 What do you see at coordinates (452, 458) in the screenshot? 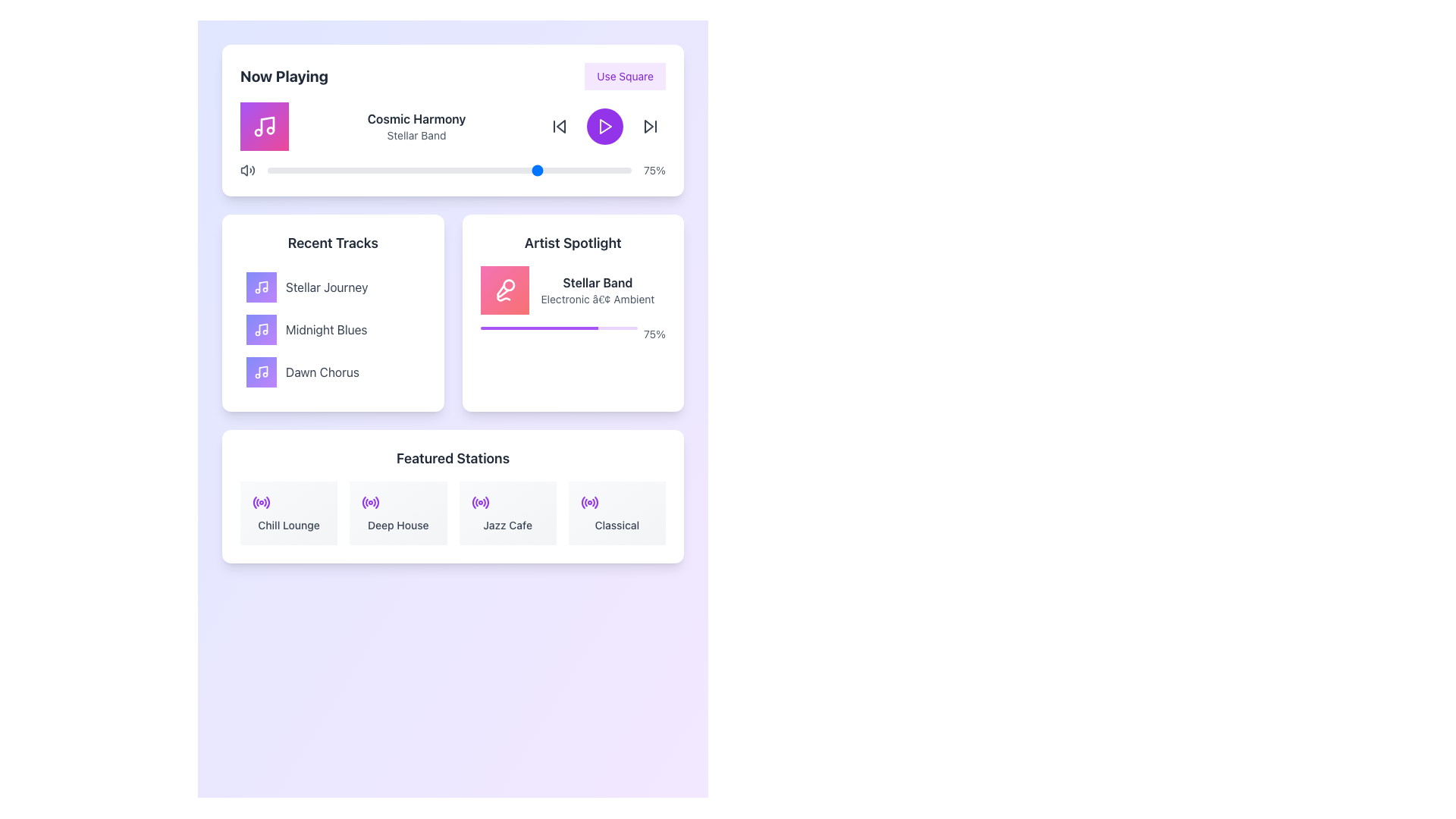
I see `the text label 'Featured Stations' which serves as the header for the section showcasing music stations, located in the lower half of the interface` at bounding box center [452, 458].